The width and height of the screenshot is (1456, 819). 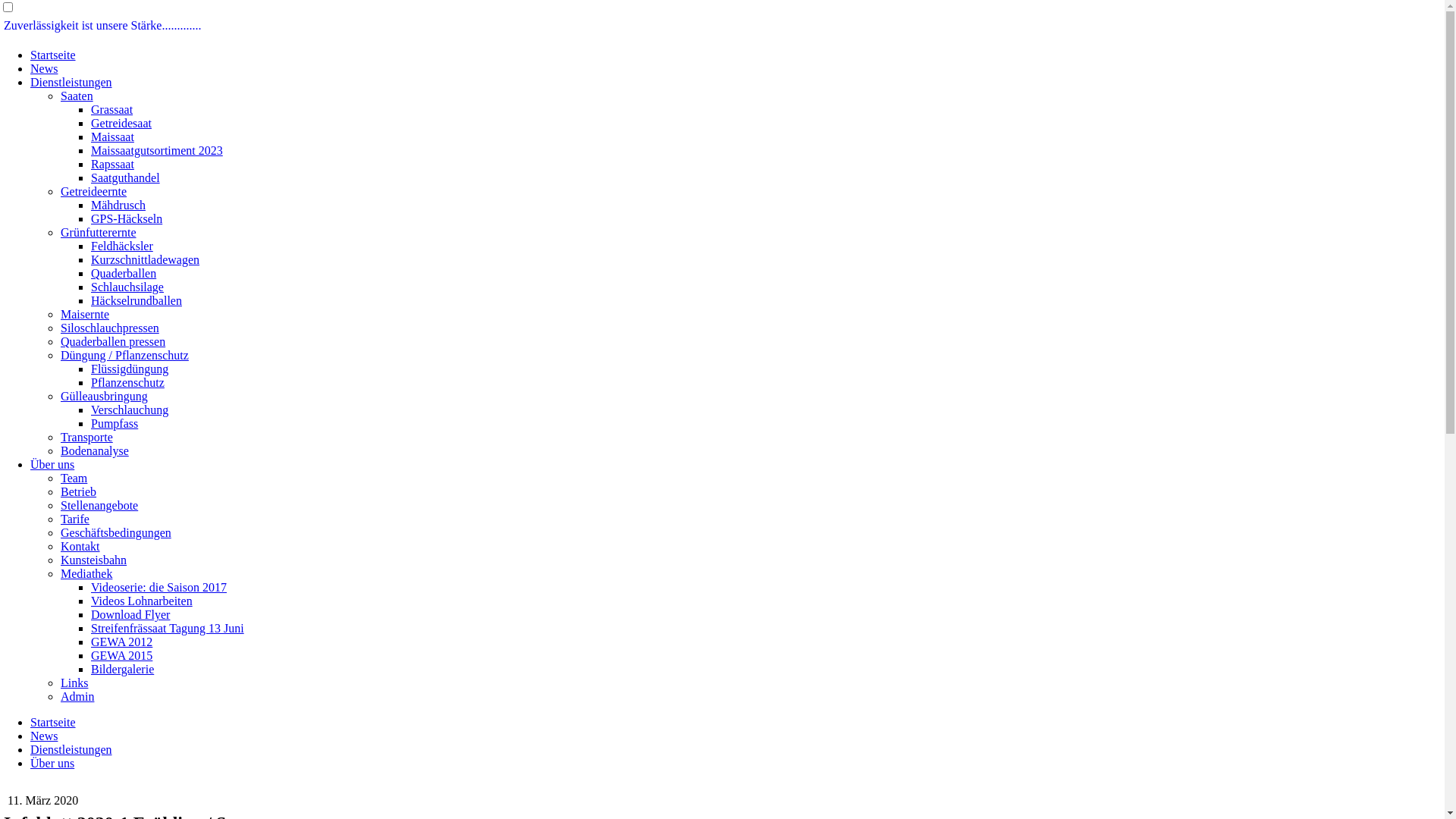 What do you see at coordinates (121, 642) in the screenshot?
I see `'GEWA 2012'` at bounding box center [121, 642].